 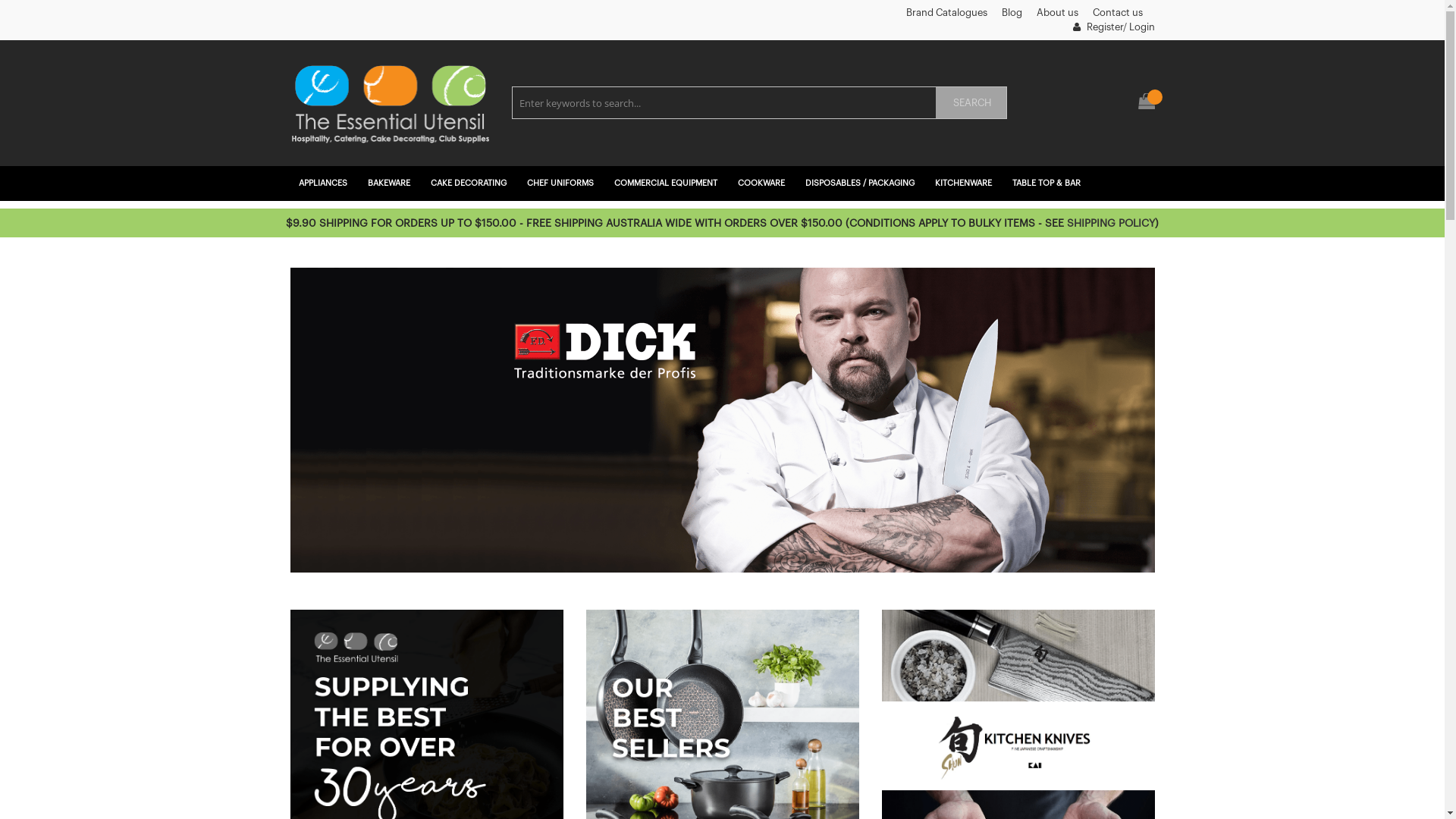 What do you see at coordinates (561, 183) in the screenshot?
I see `'CHEF UNIFORMS'` at bounding box center [561, 183].